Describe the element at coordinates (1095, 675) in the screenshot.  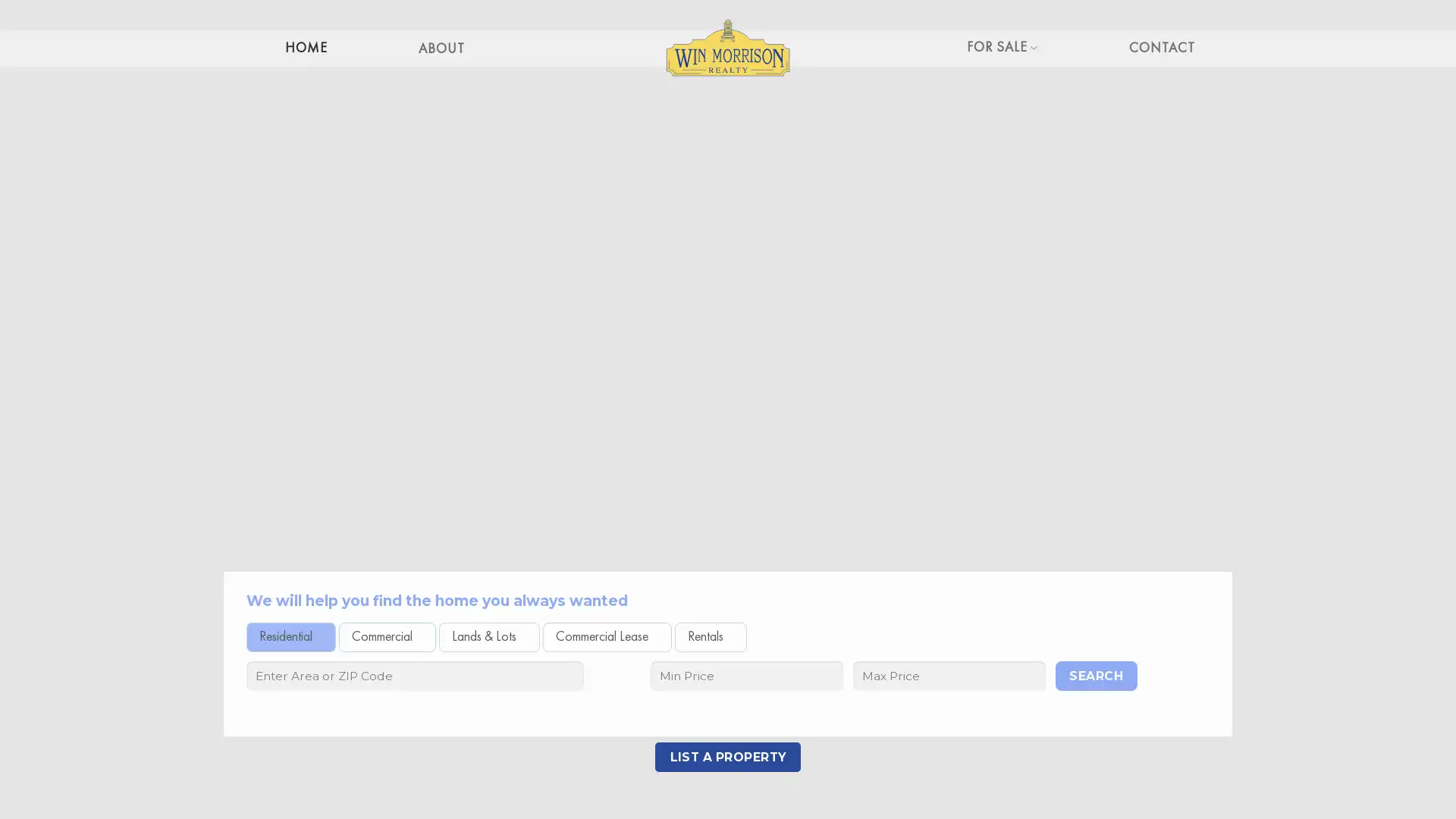
I see `Search` at that location.